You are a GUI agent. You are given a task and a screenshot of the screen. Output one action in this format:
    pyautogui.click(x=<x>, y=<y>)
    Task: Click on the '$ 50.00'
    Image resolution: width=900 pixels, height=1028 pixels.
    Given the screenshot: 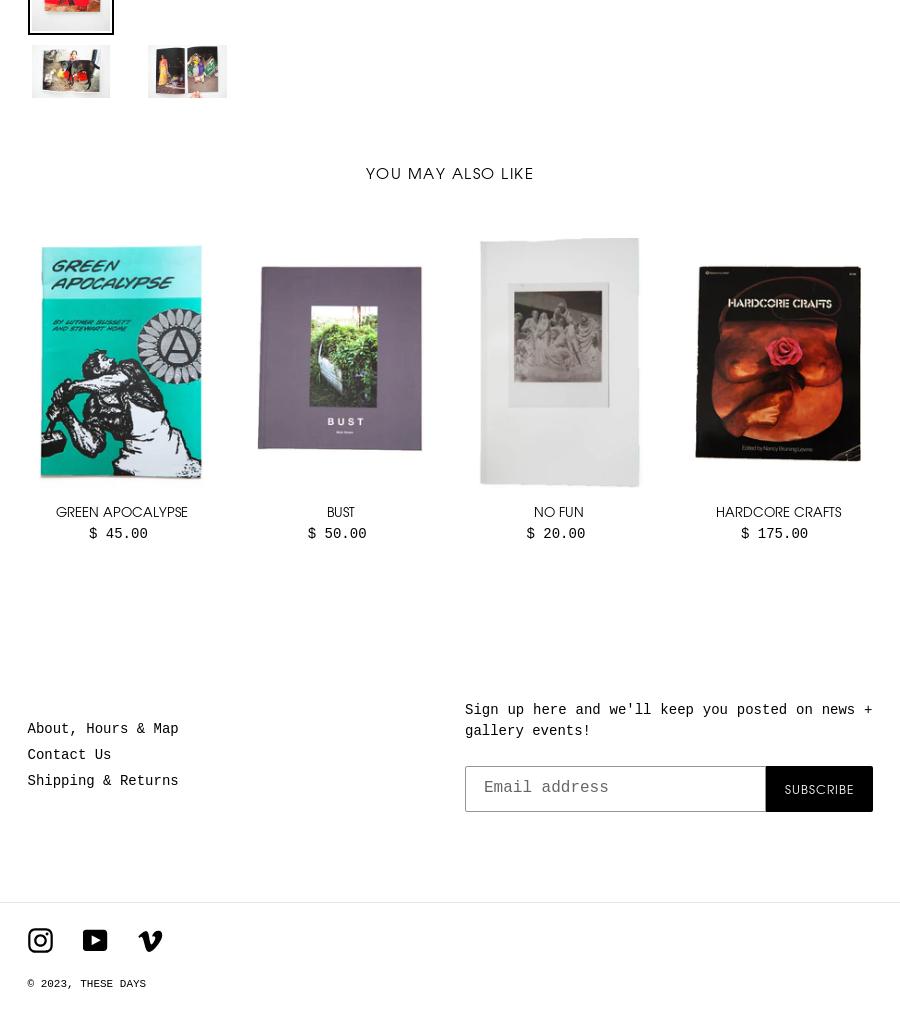 What is the action you would take?
    pyautogui.click(x=305, y=533)
    